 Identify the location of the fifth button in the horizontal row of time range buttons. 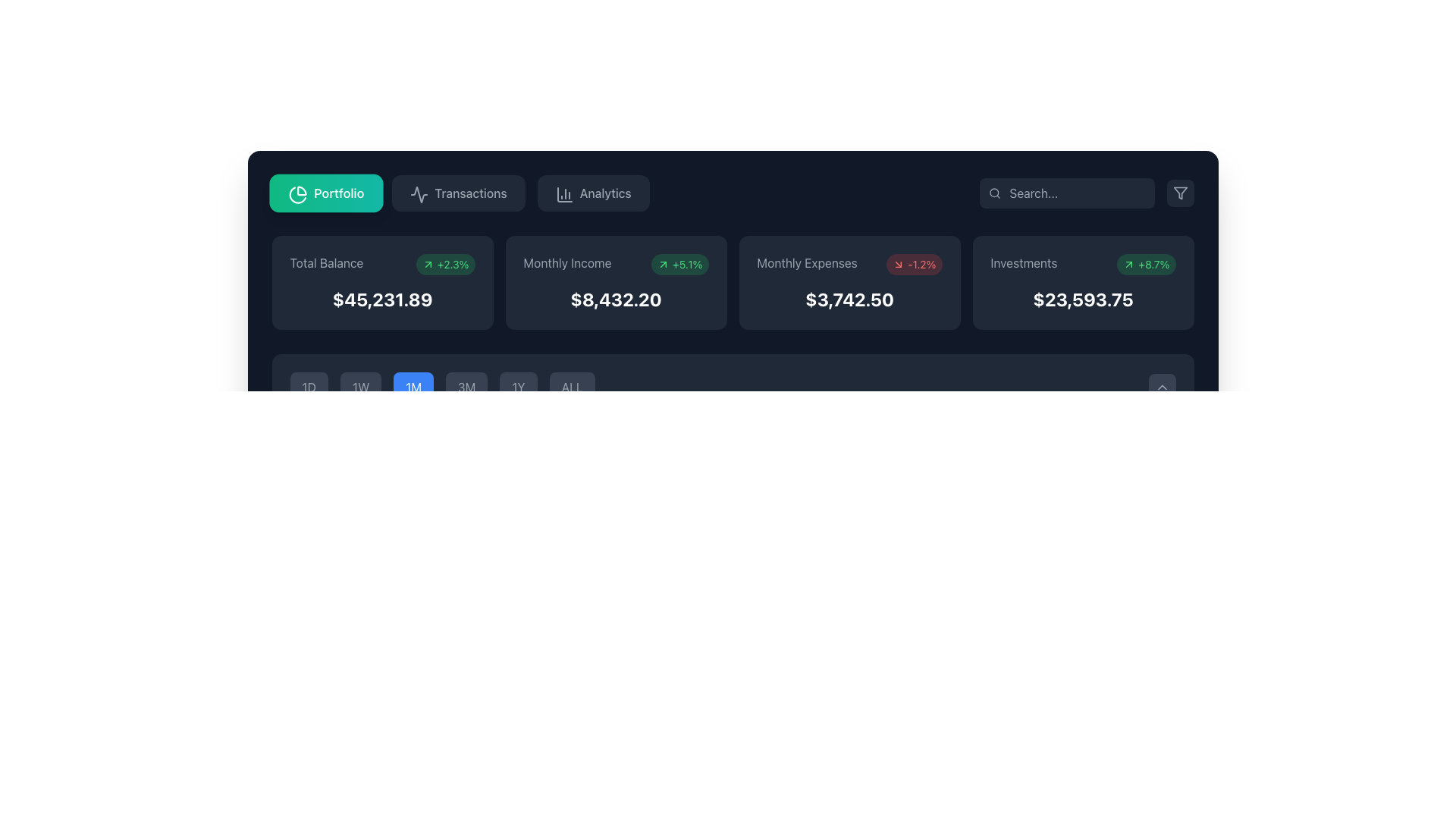
(519, 386).